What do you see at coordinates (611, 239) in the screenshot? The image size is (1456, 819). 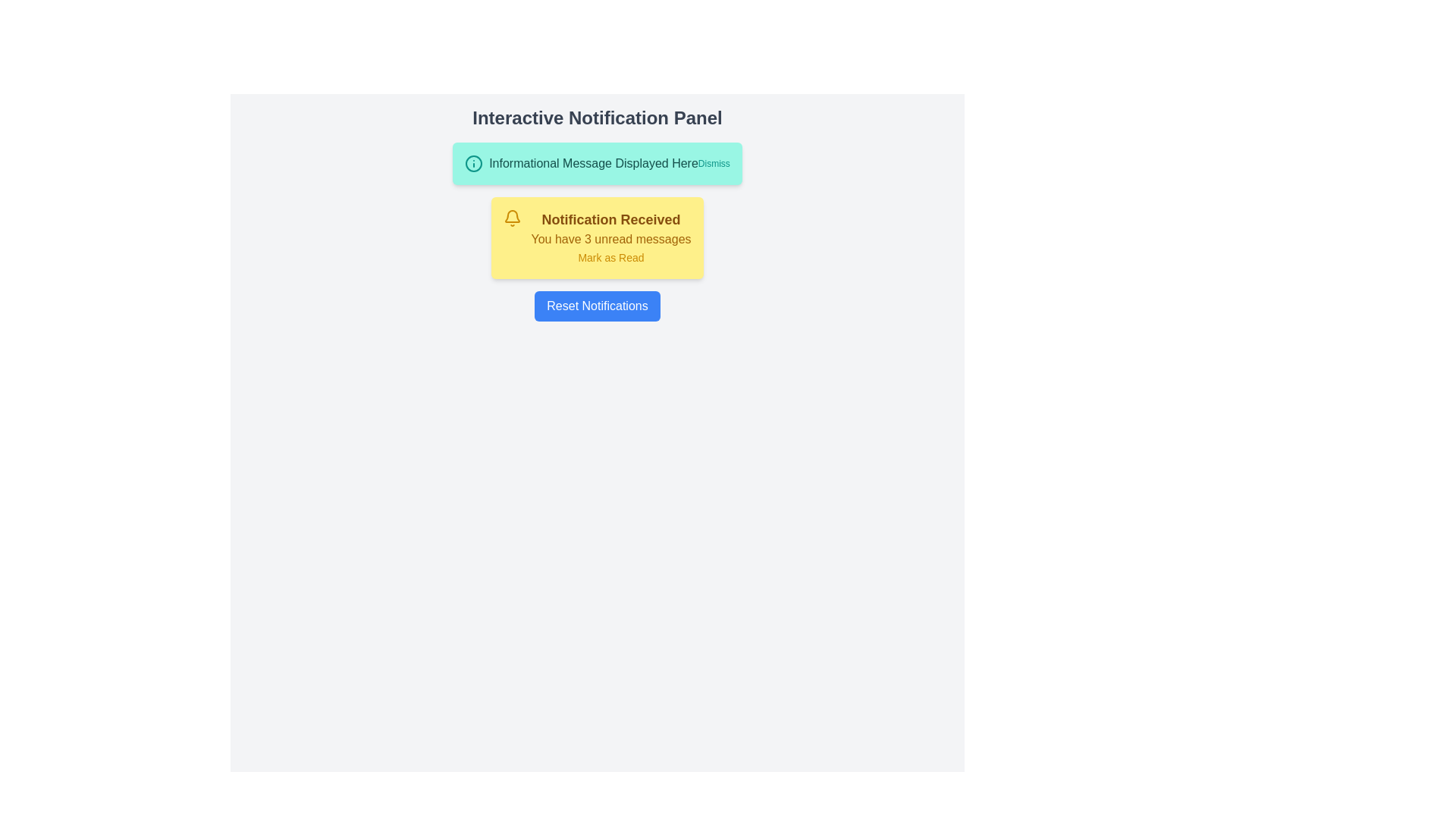 I see `the text element that indicates the number of unread messages, located in the center of the yellow notification card, between the title 'Notification Received' and the clickable text 'Mark as Read'` at bounding box center [611, 239].